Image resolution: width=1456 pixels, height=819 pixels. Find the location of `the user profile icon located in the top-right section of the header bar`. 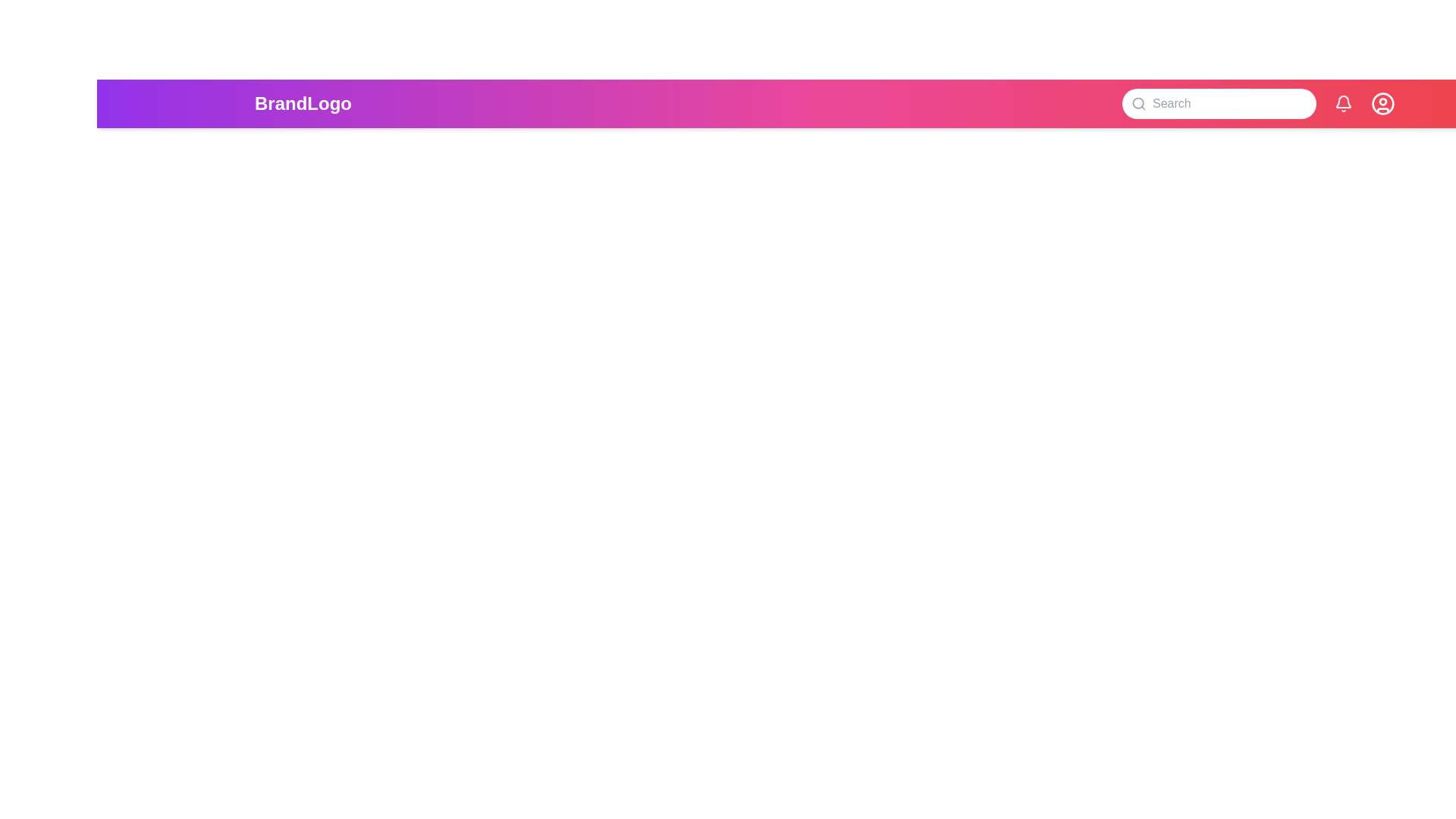

the user profile icon located in the top-right section of the header bar is located at coordinates (1383, 103).